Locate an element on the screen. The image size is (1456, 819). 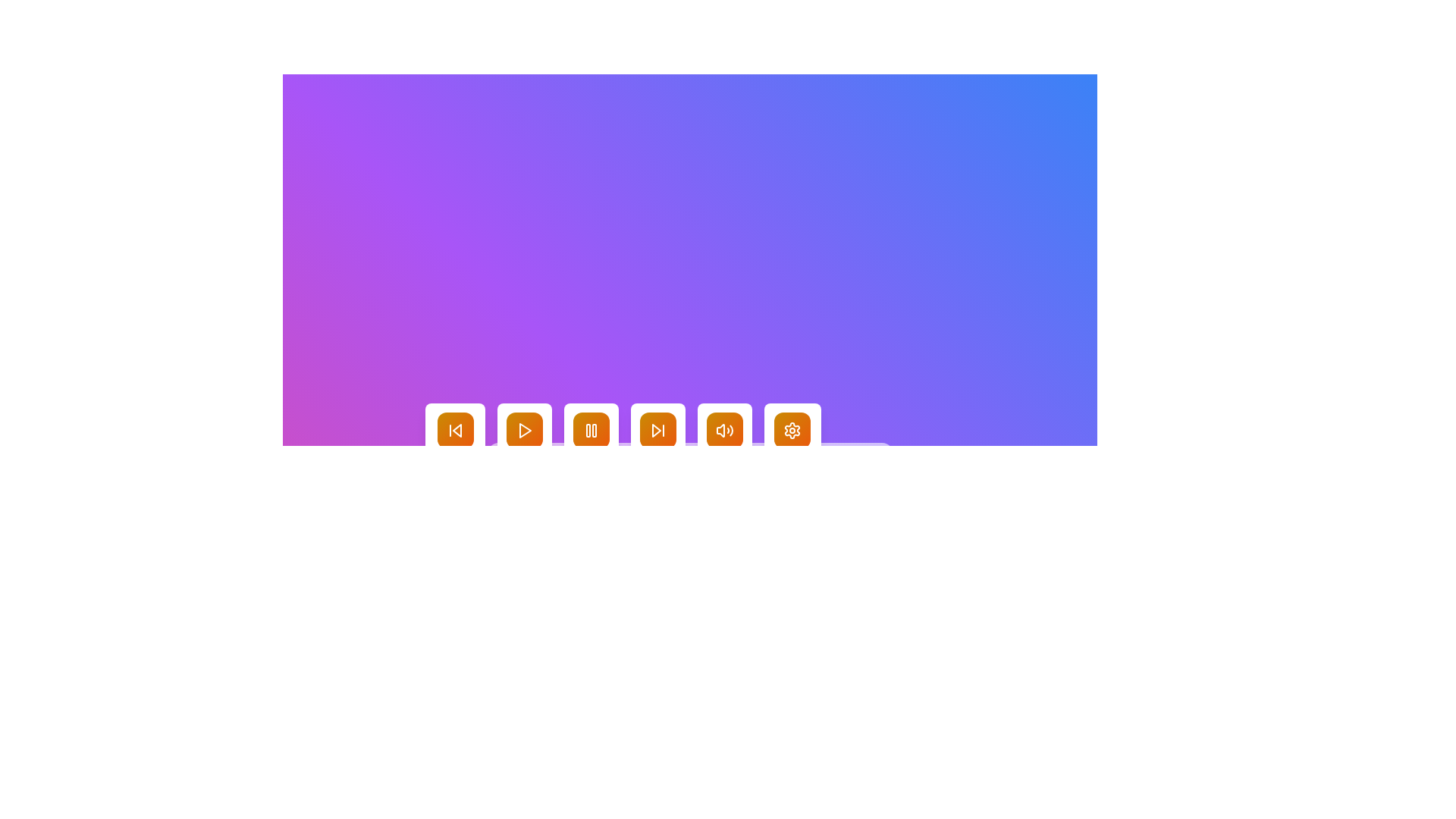
the graphical speaker icon located at the bottom-center of the interface to alter its state or perform an action is located at coordinates (720, 430).